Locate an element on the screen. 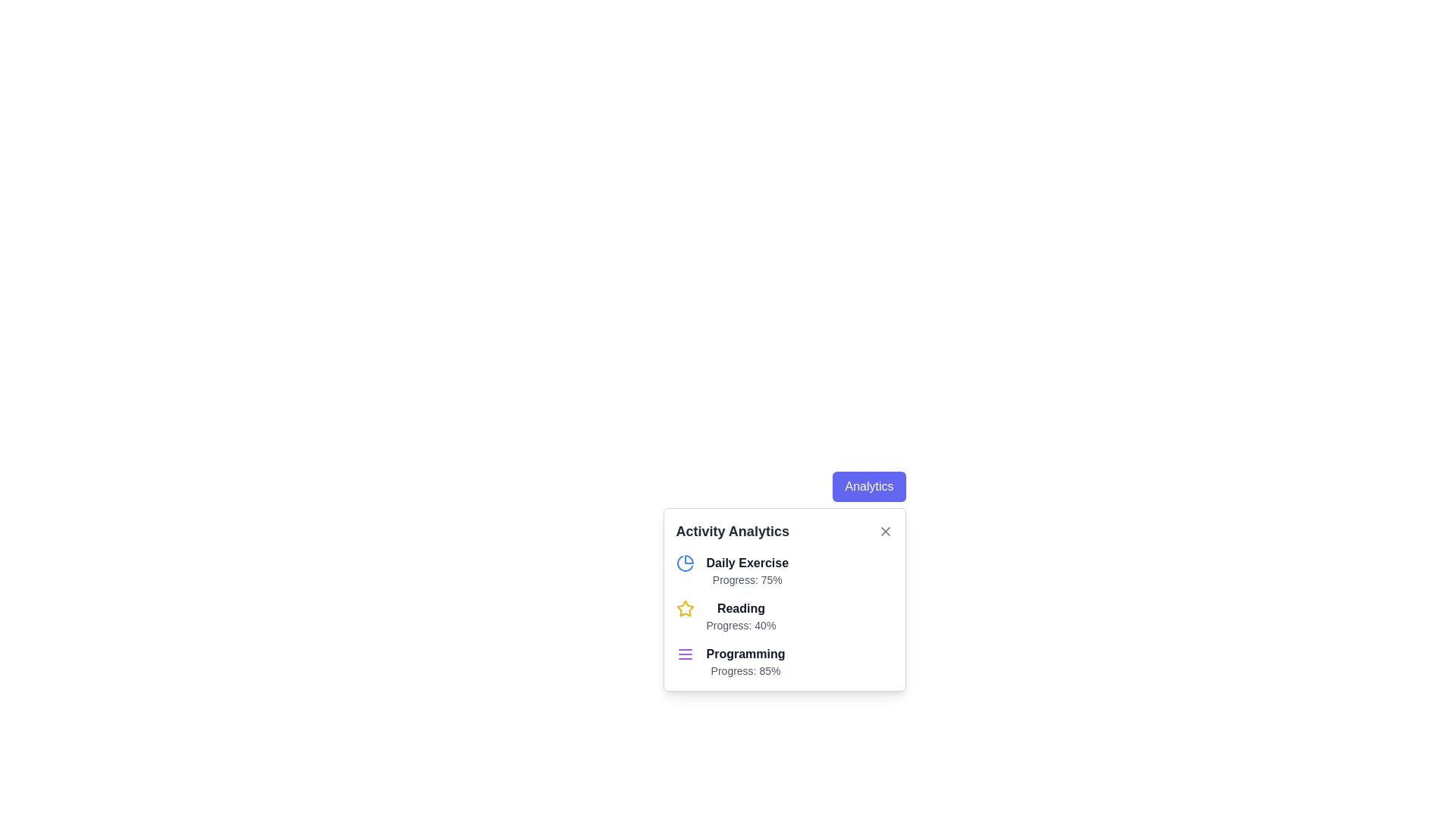  the topmost content display group in the 'Activity Analytics' card that shows the progress of a daily exercise activity at 75% is located at coordinates (784, 570).